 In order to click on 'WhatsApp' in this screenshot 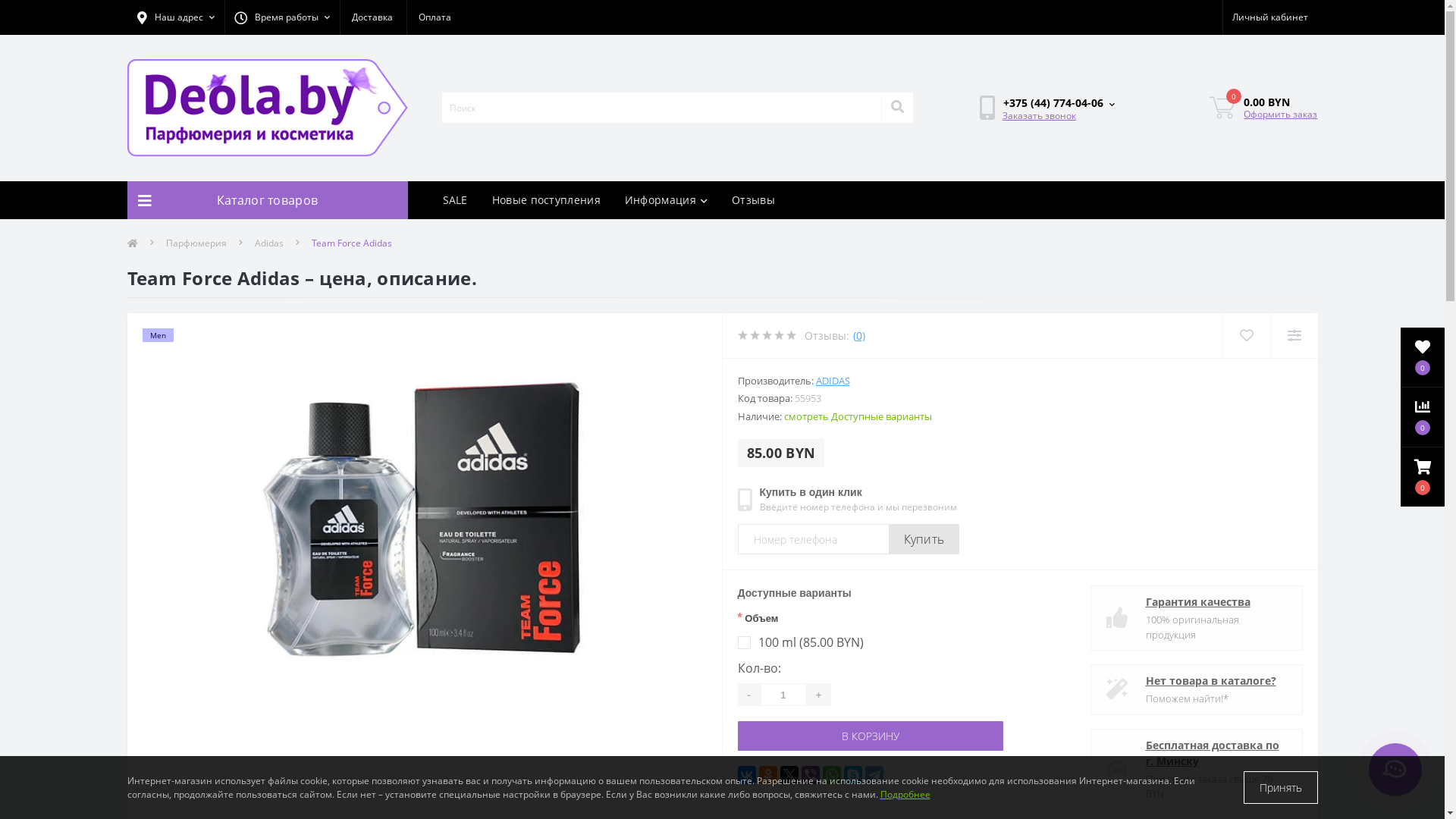, I will do `click(830, 775)`.